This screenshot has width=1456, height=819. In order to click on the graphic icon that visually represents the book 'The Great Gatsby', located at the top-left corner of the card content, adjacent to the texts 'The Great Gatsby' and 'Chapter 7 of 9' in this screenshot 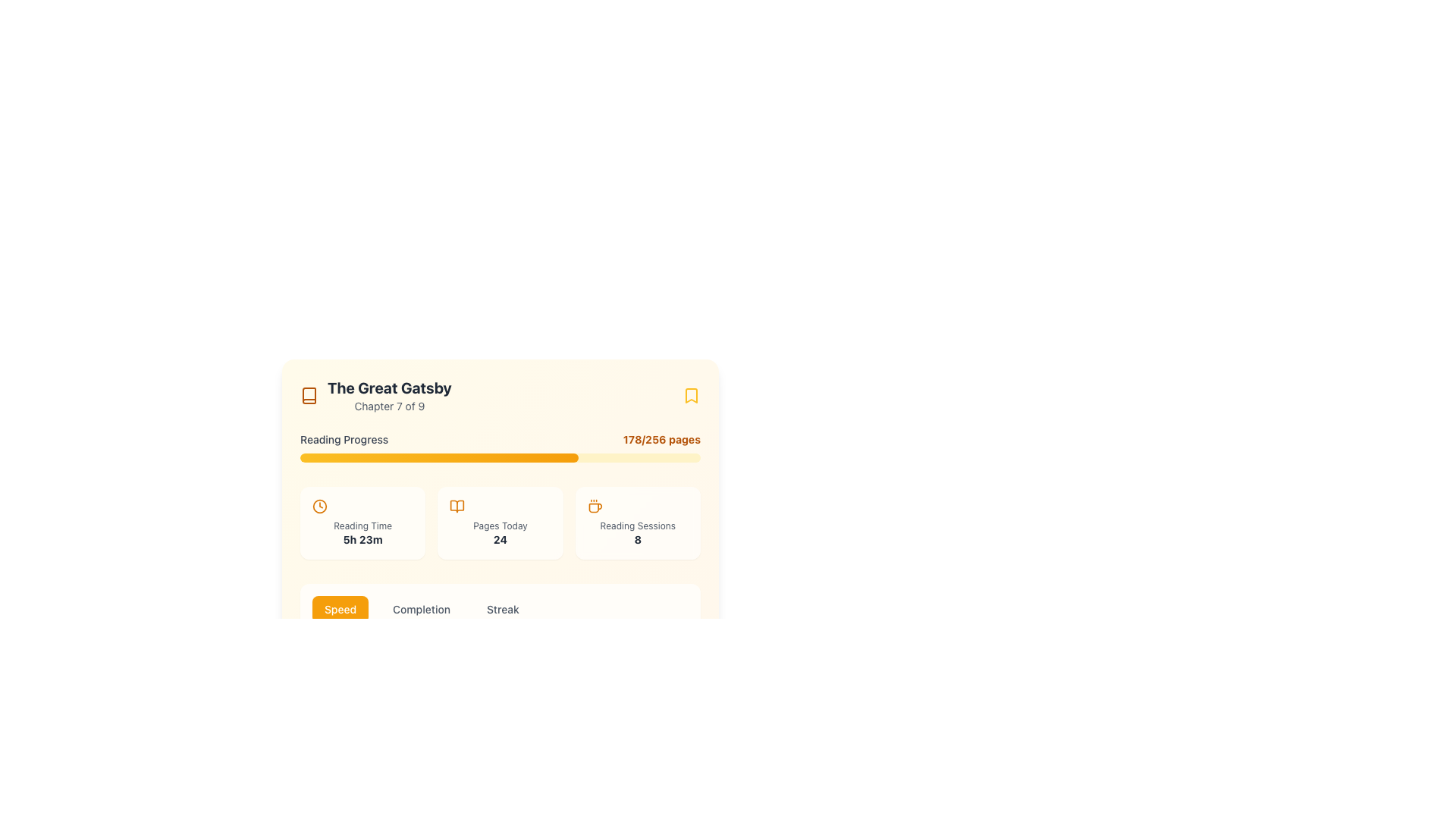, I will do `click(309, 394)`.